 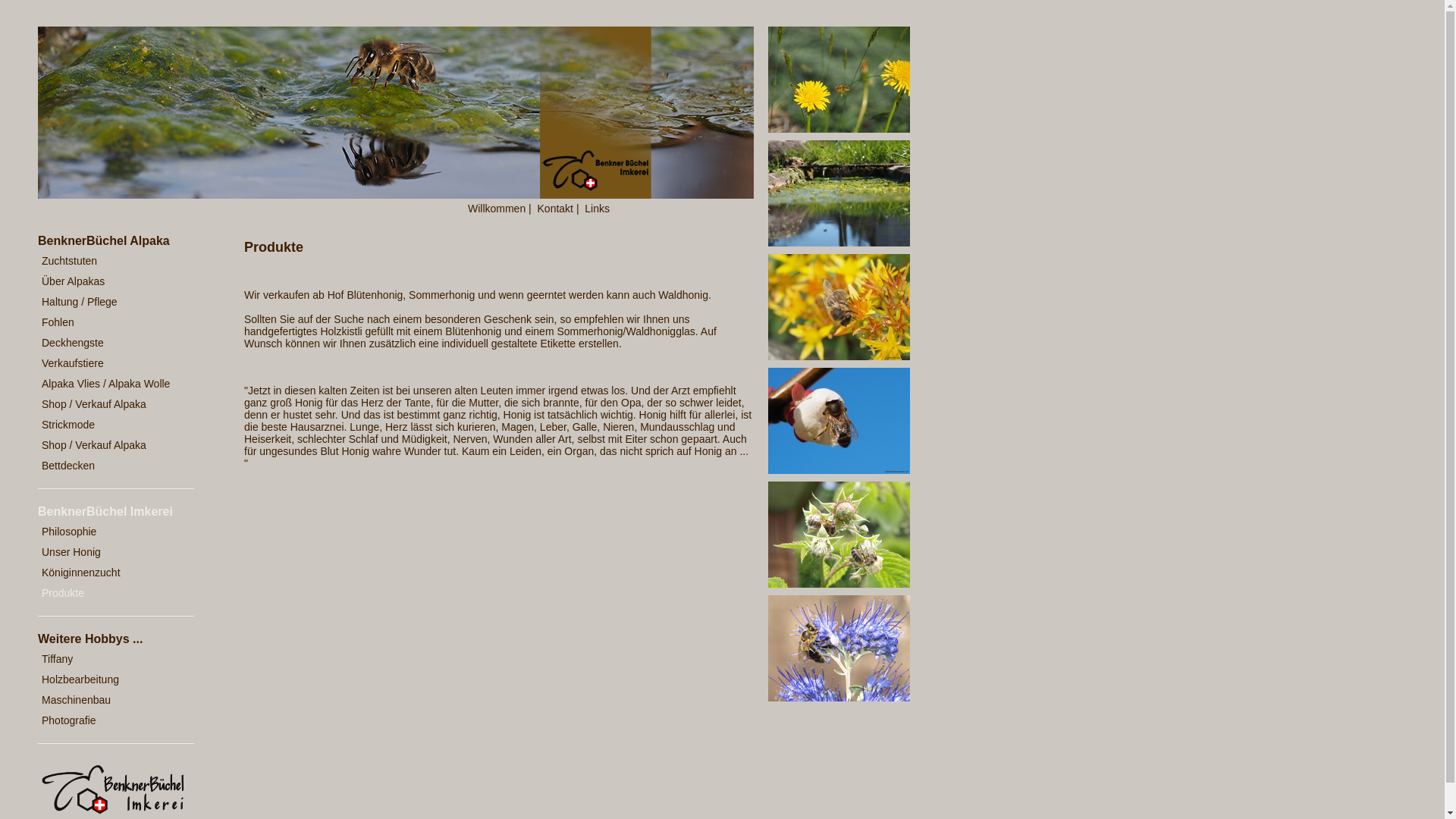 What do you see at coordinates (584, 208) in the screenshot?
I see `'Links'` at bounding box center [584, 208].